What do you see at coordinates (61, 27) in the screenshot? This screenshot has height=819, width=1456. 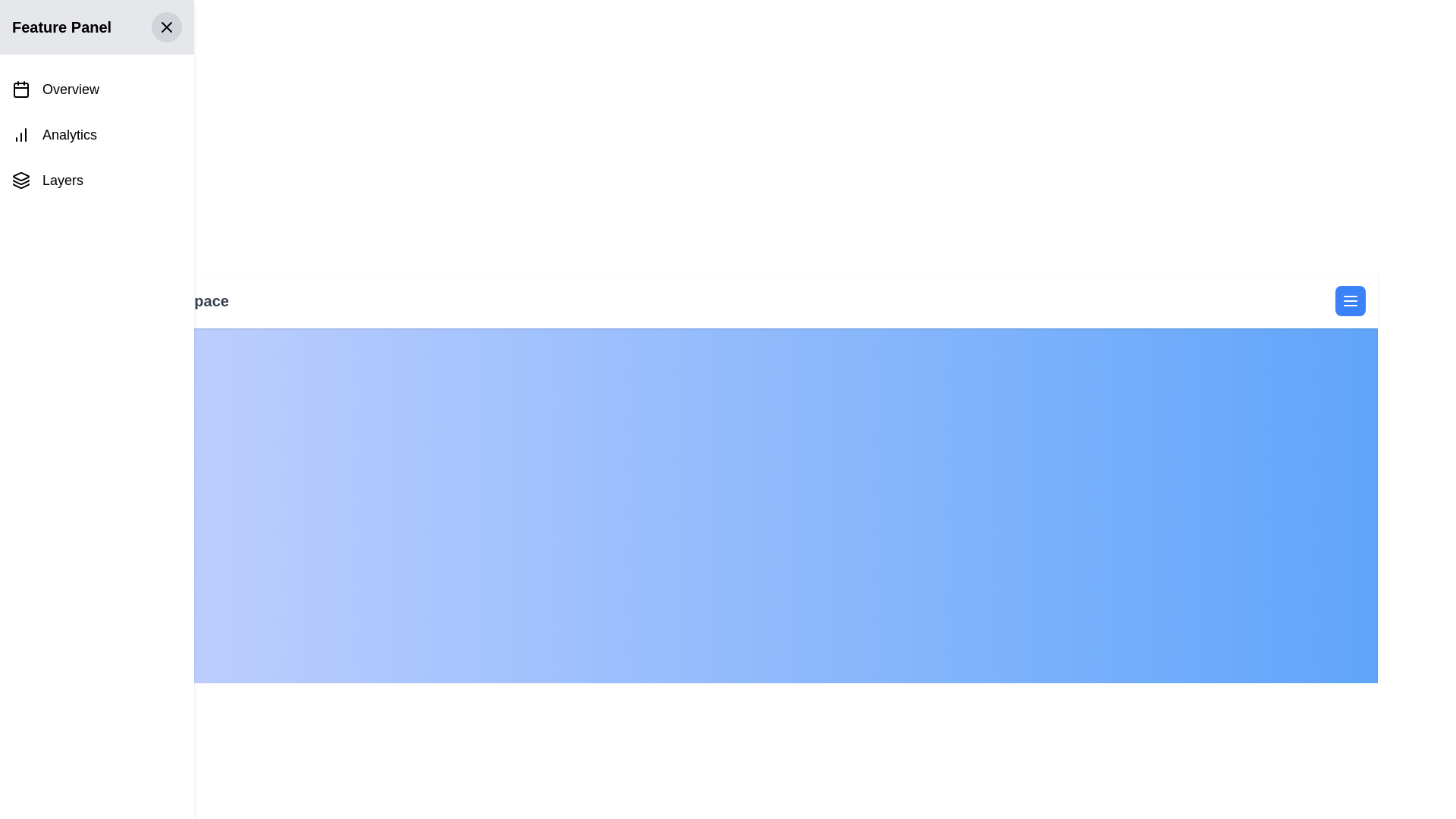 I see `the 'Feature Panel' text label, which serves as a header indicating the name of the section` at bounding box center [61, 27].